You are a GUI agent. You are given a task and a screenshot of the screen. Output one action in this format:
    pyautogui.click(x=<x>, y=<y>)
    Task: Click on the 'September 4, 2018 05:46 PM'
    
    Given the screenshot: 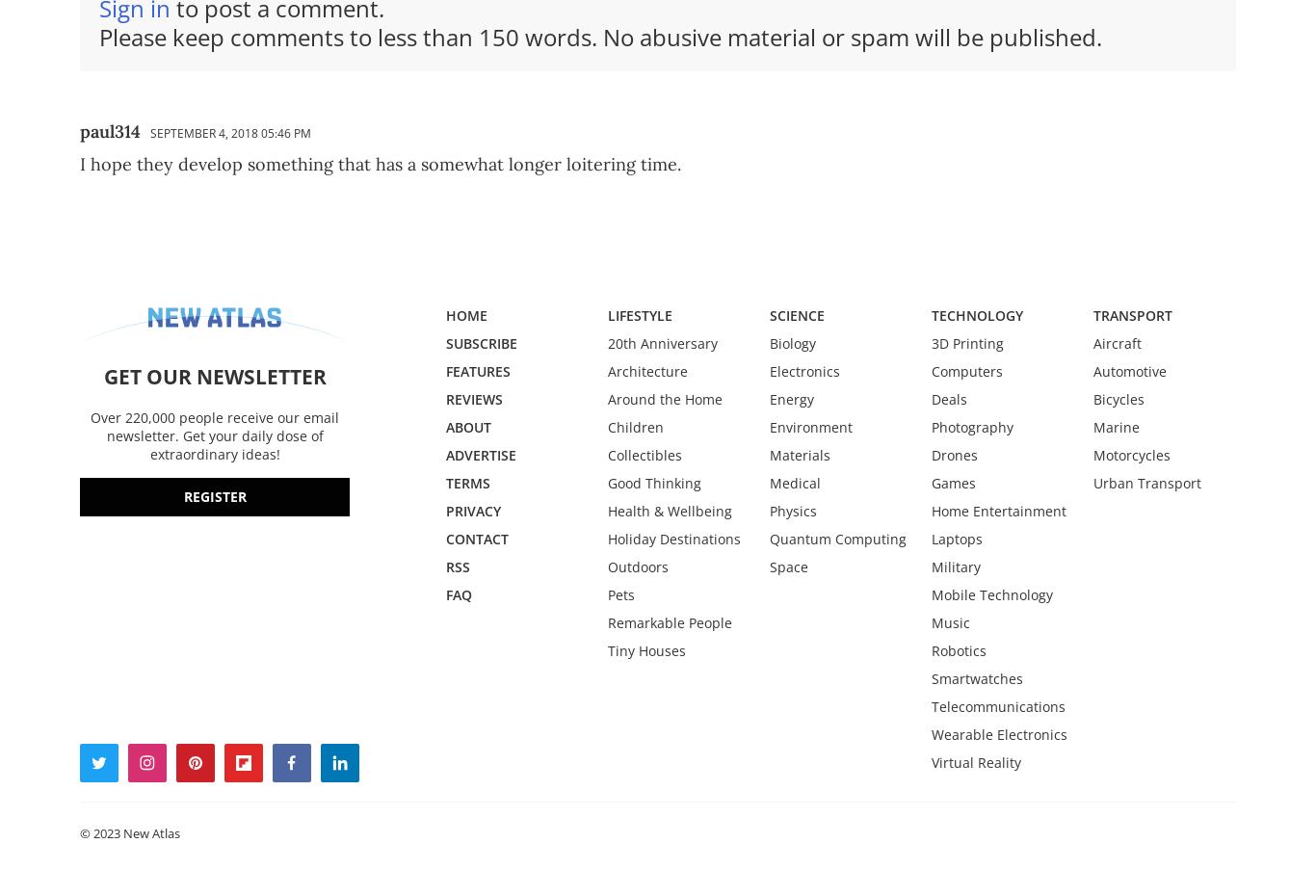 What is the action you would take?
    pyautogui.click(x=230, y=132)
    